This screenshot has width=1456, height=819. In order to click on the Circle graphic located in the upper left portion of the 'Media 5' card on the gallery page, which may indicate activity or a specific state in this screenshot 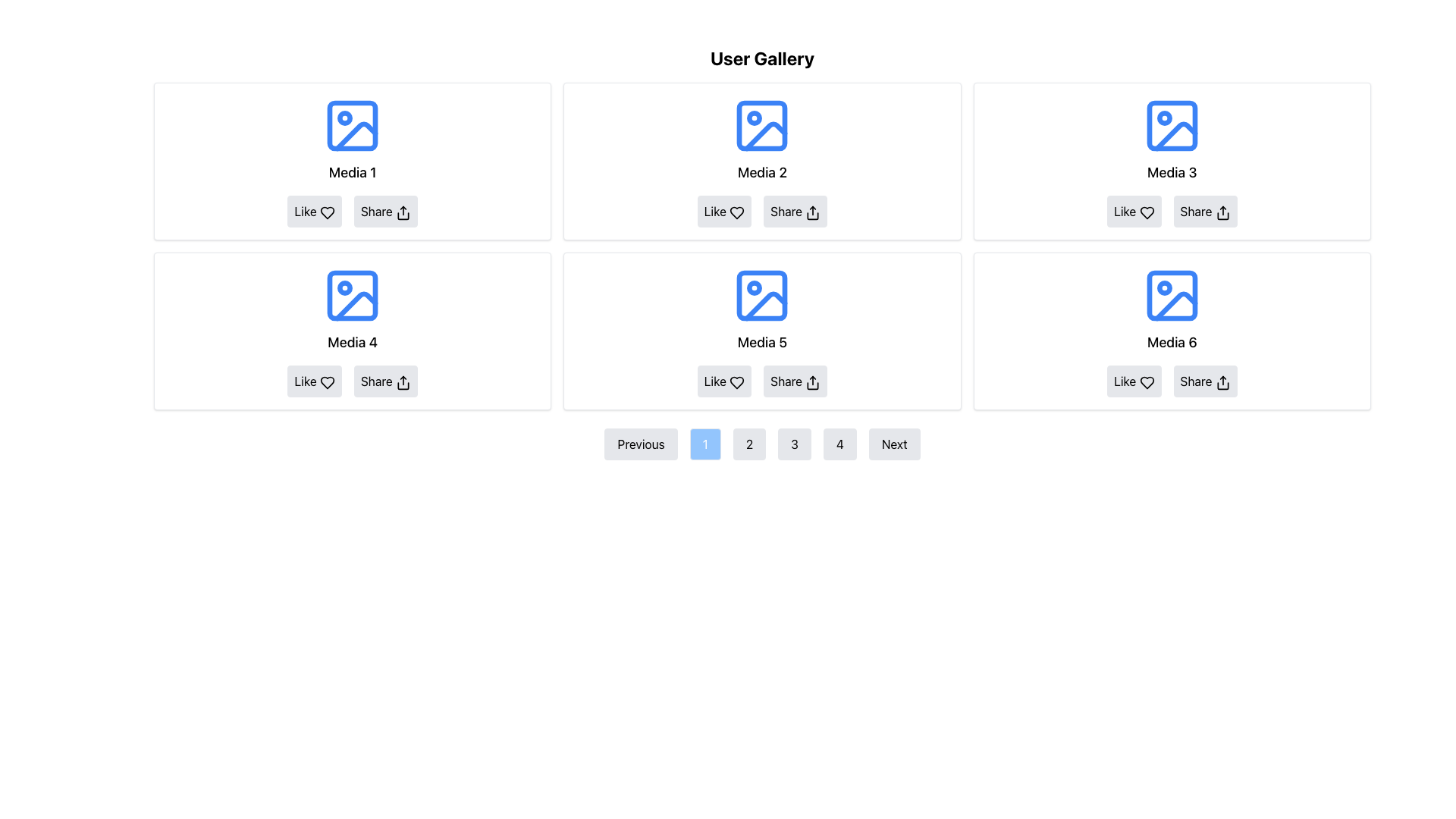, I will do `click(755, 288)`.